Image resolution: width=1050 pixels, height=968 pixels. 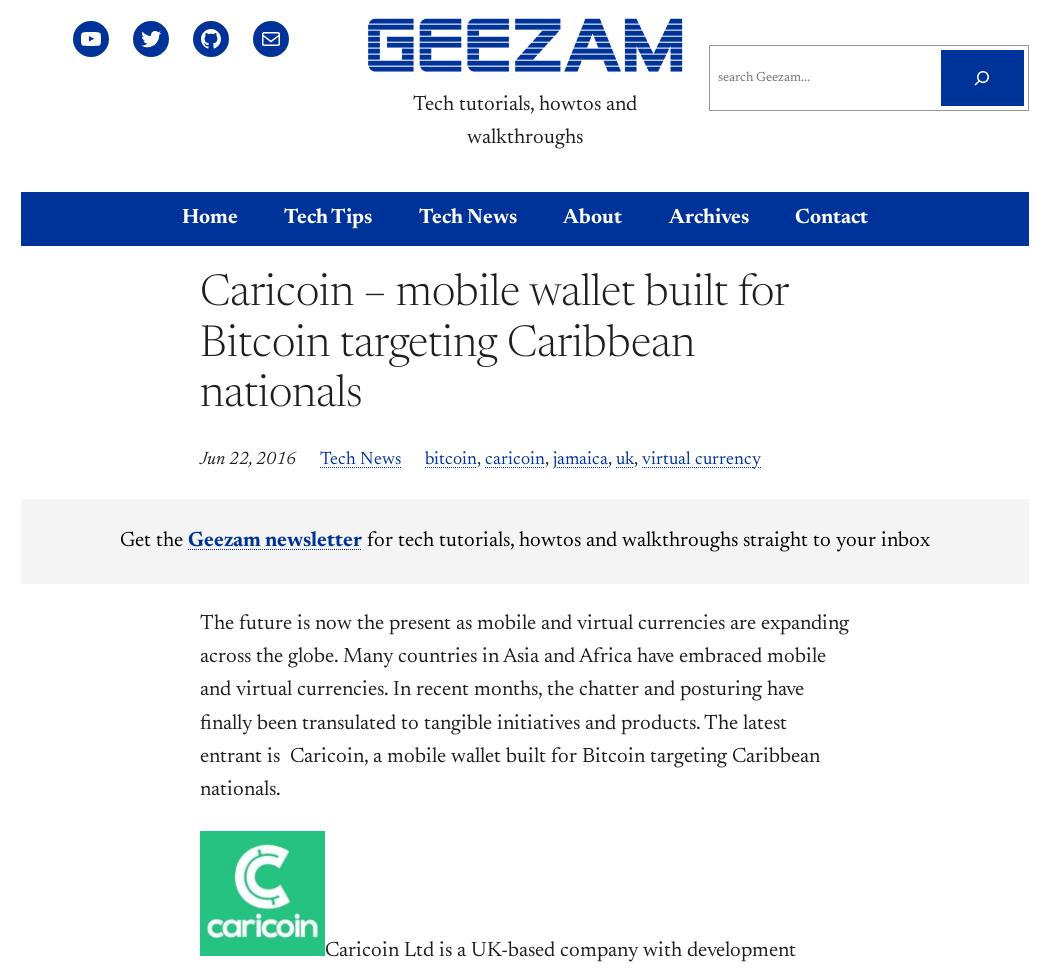 I want to click on 'The future is now the present as mobile and virtual currencies are expanding across the globe. Many countries in Asia and Africa have embraced mobile and virtual currencies. In recent months, the chatter and posturing have finally been transulated to tangible initiatives and products. The latest entrant is  Caricoin, a mobile wallet built for Bitcoin targeting Caribbean nationals.', so click(x=523, y=706).